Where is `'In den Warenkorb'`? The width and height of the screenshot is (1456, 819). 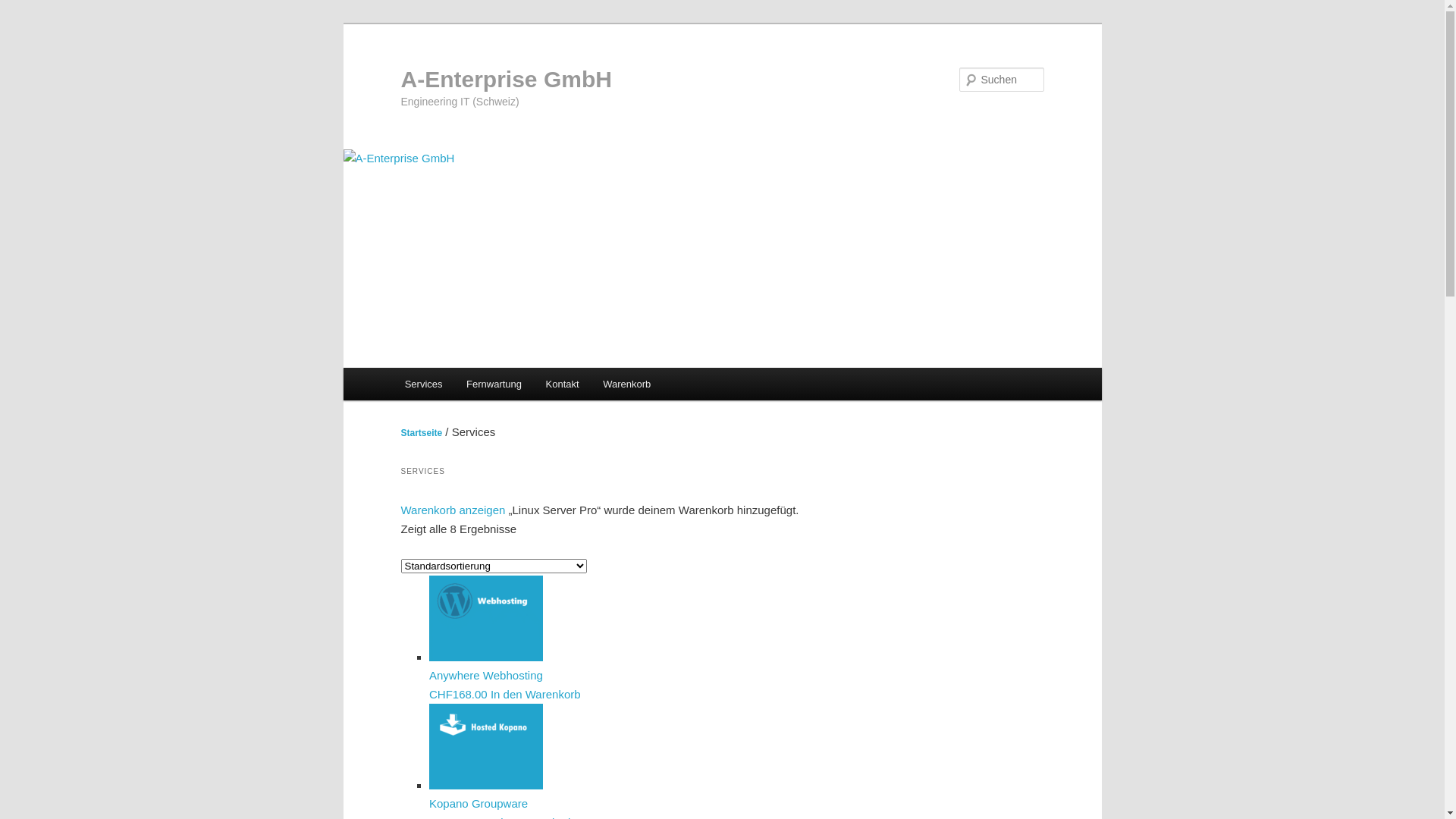 'In den Warenkorb' is located at coordinates (535, 693).